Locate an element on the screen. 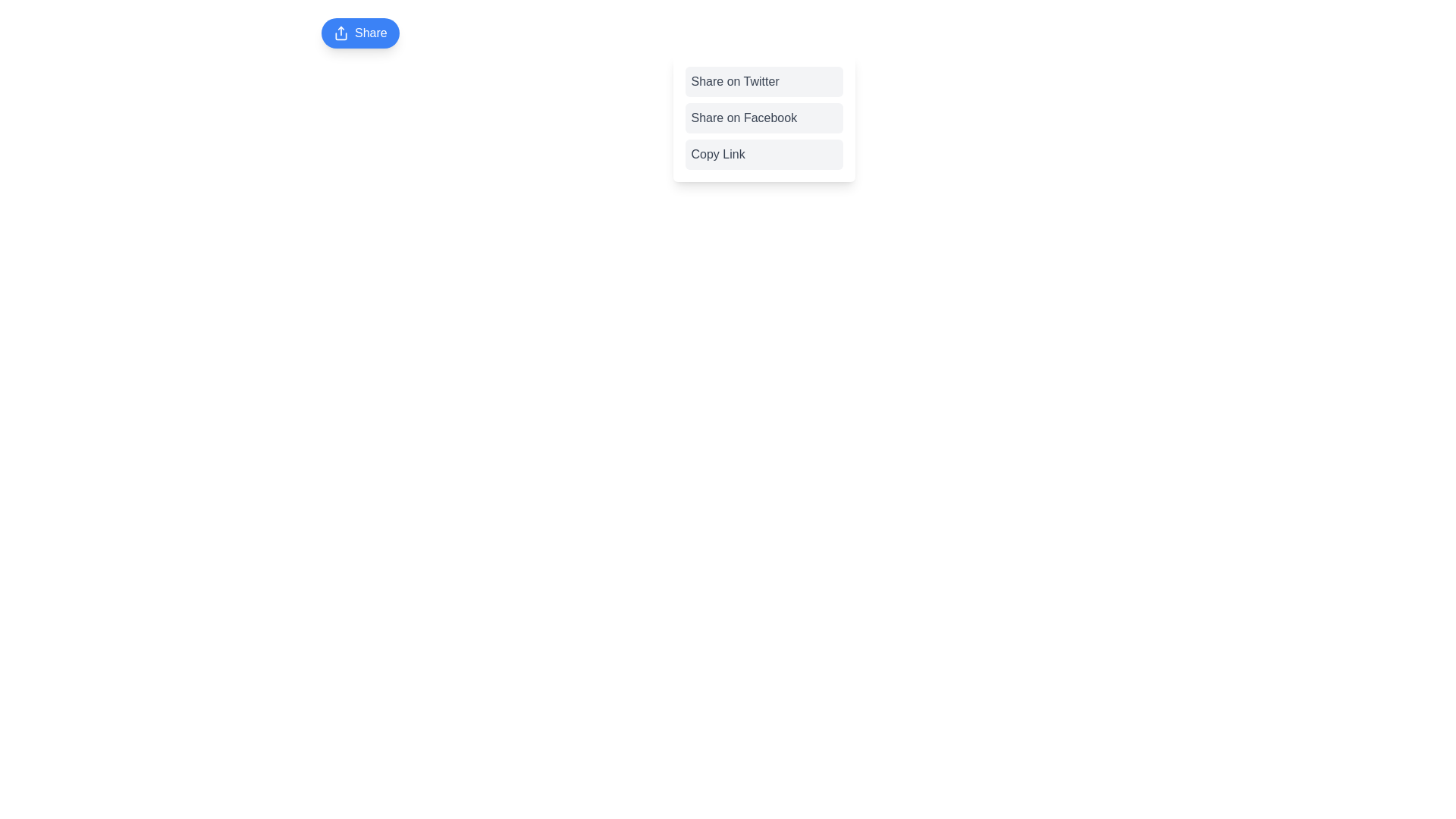 Image resolution: width=1456 pixels, height=819 pixels. the Dropdown Menu located just below the 'Share' button is located at coordinates (764, 117).